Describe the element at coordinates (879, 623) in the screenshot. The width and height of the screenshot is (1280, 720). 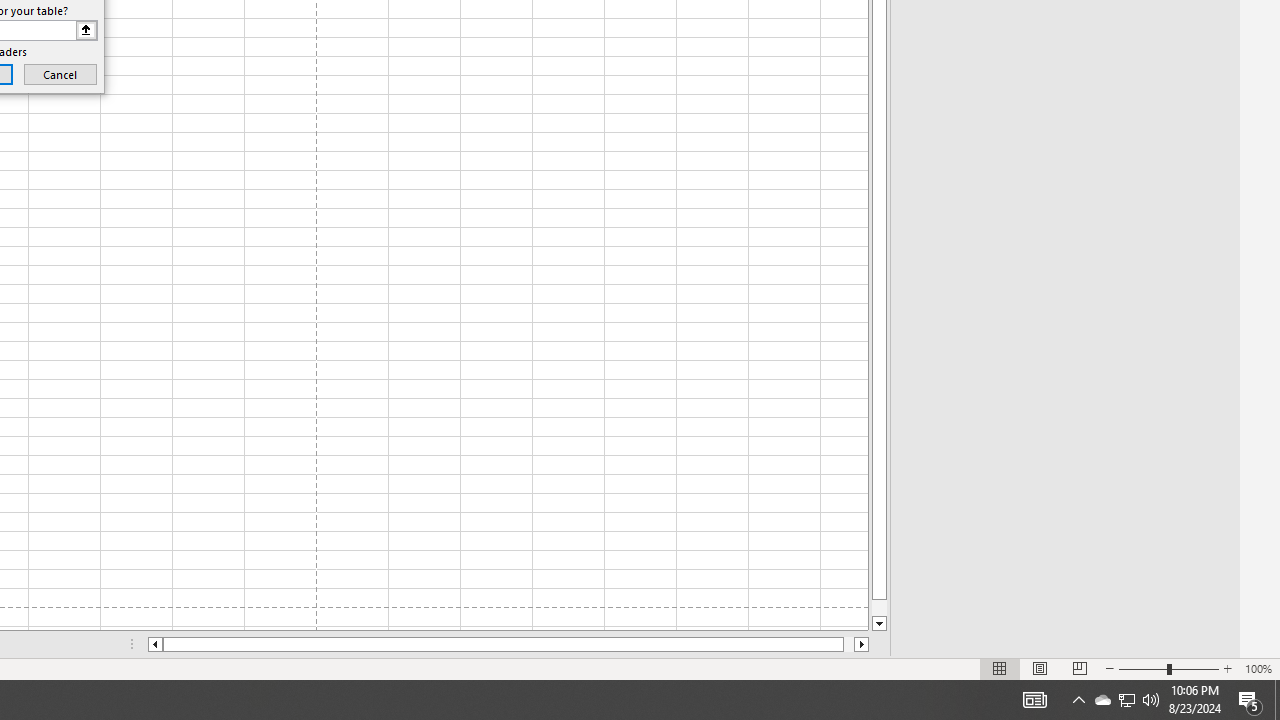
I see `'Line down'` at that location.